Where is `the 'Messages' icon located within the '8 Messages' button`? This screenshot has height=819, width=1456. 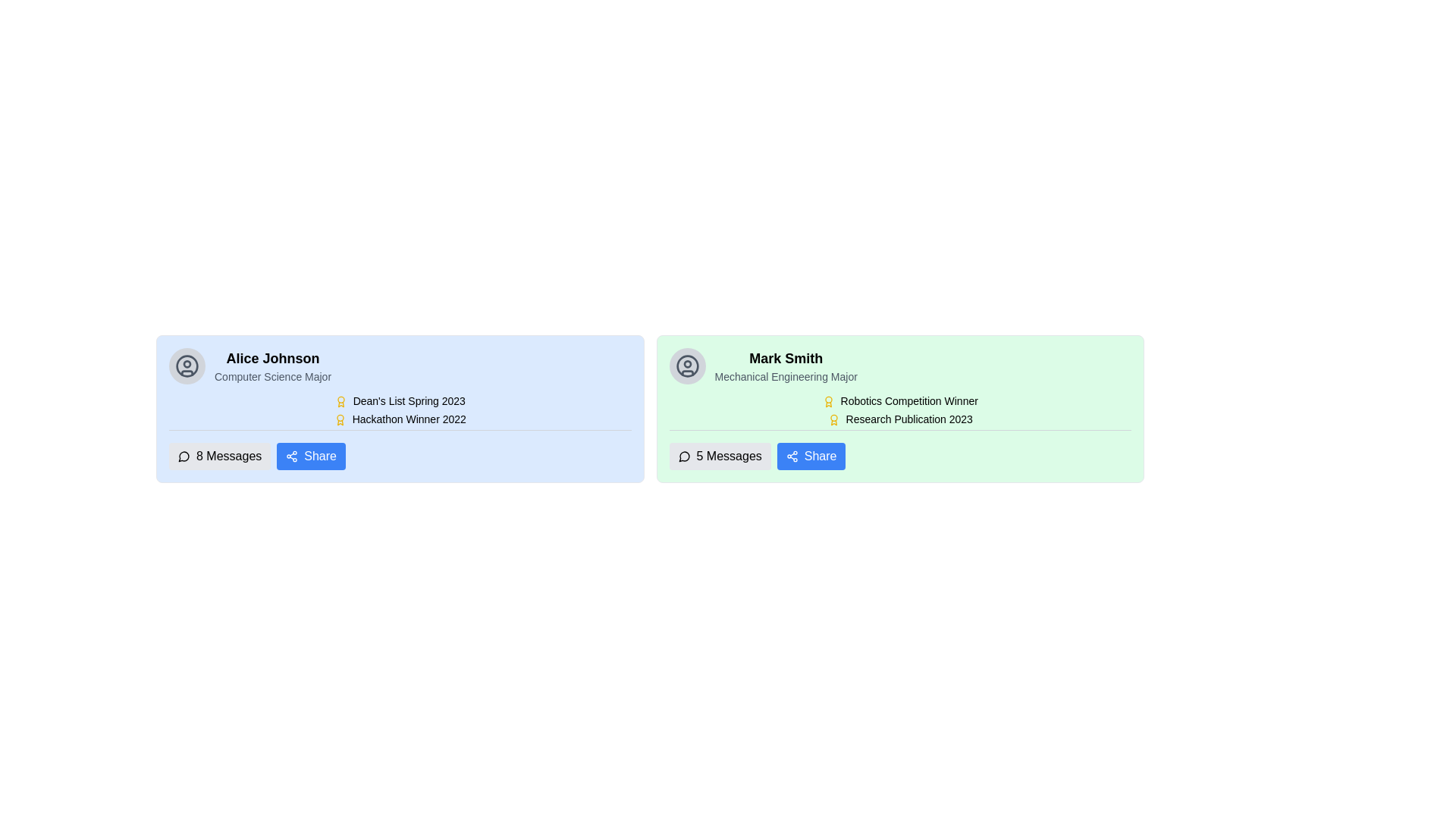
the 'Messages' icon located within the '8 Messages' button is located at coordinates (183, 456).